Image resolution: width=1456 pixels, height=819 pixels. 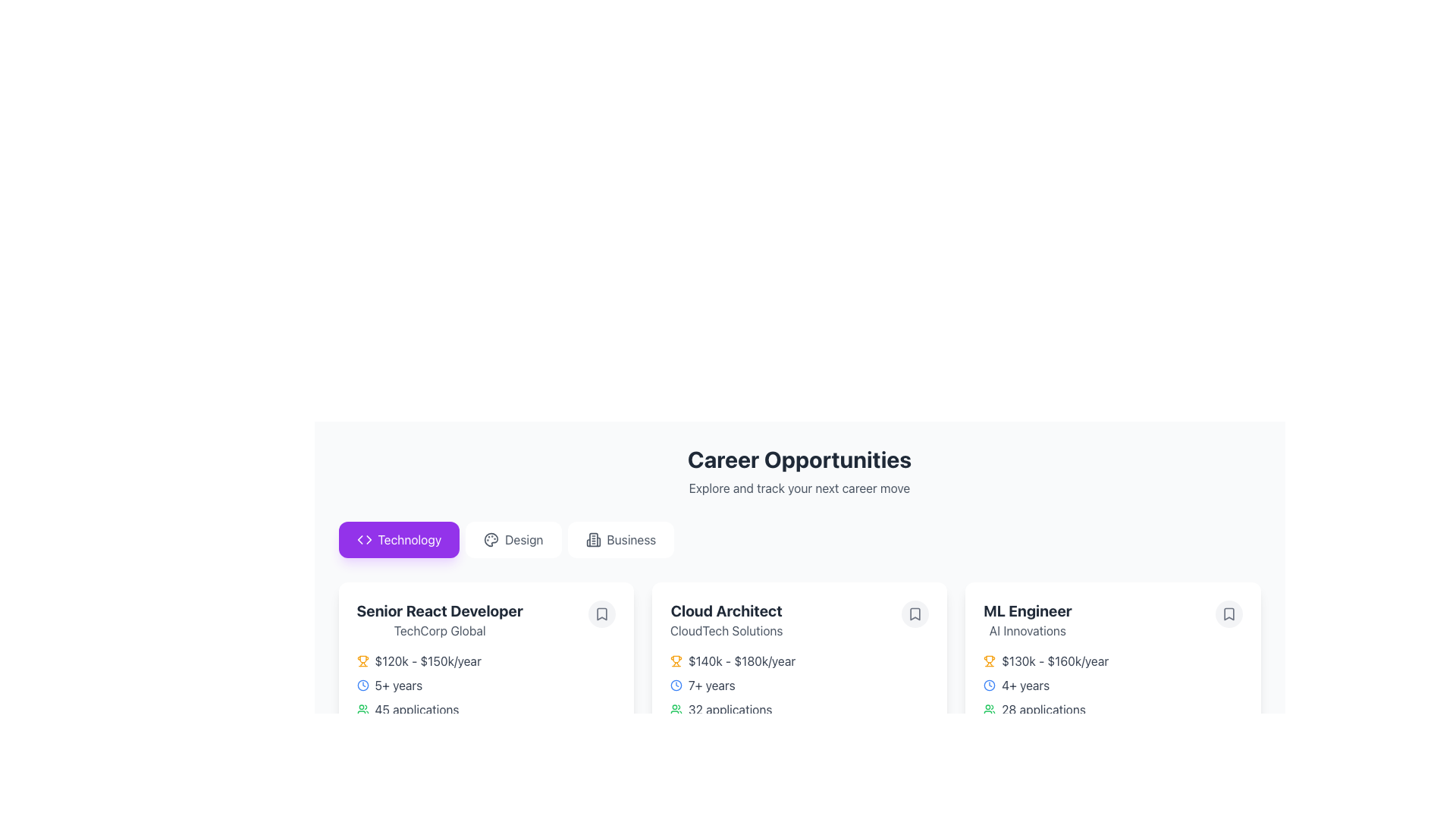 What do you see at coordinates (1043, 710) in the screenshot?
I see `text label displaying '28 applications' located at the bottom part of the job listing card titled 'ML Engineer', positioned to the right of a green icon symbolizing users` at bounding box center [1043, 710].